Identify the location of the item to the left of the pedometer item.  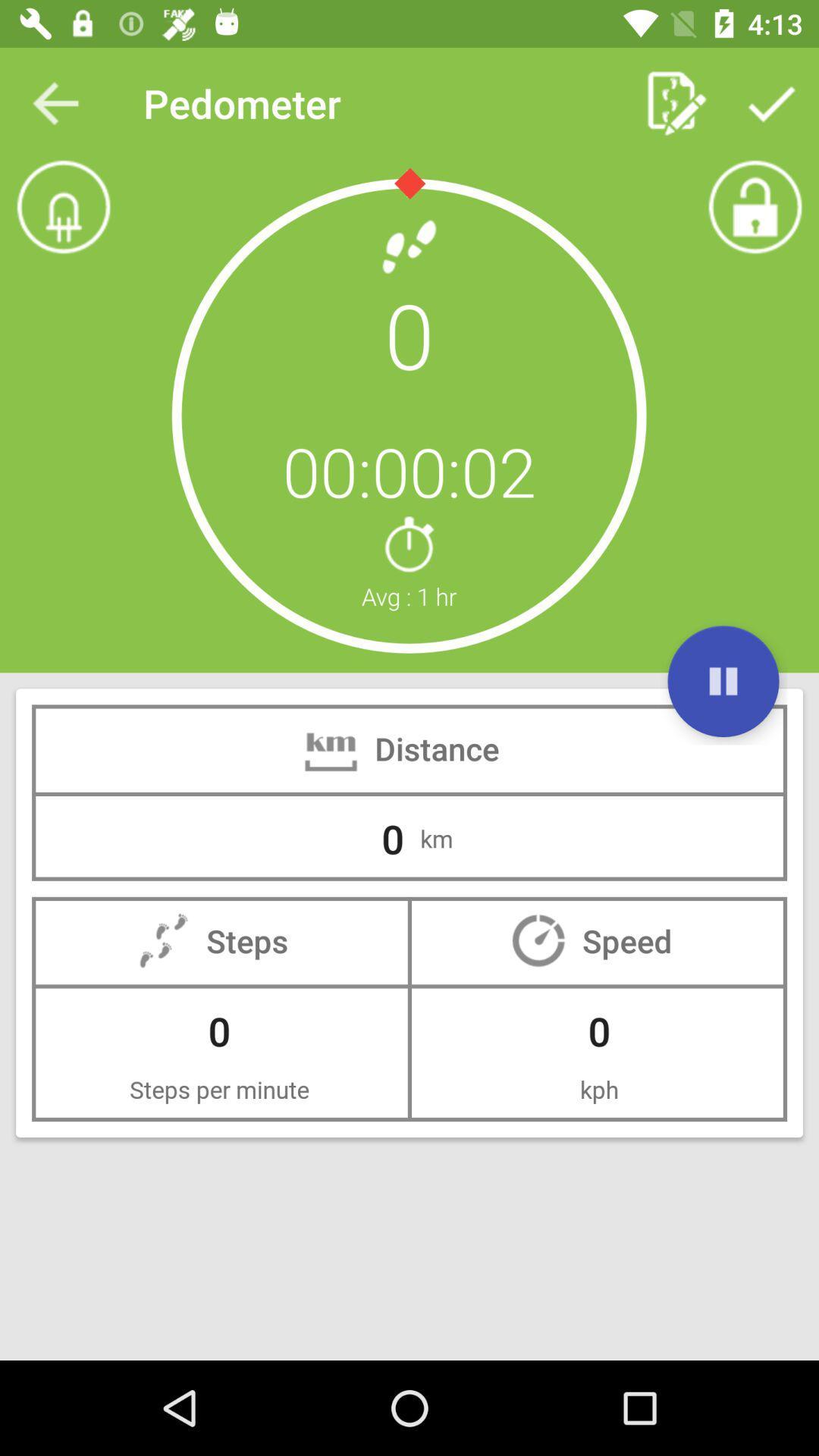
(55, 102).